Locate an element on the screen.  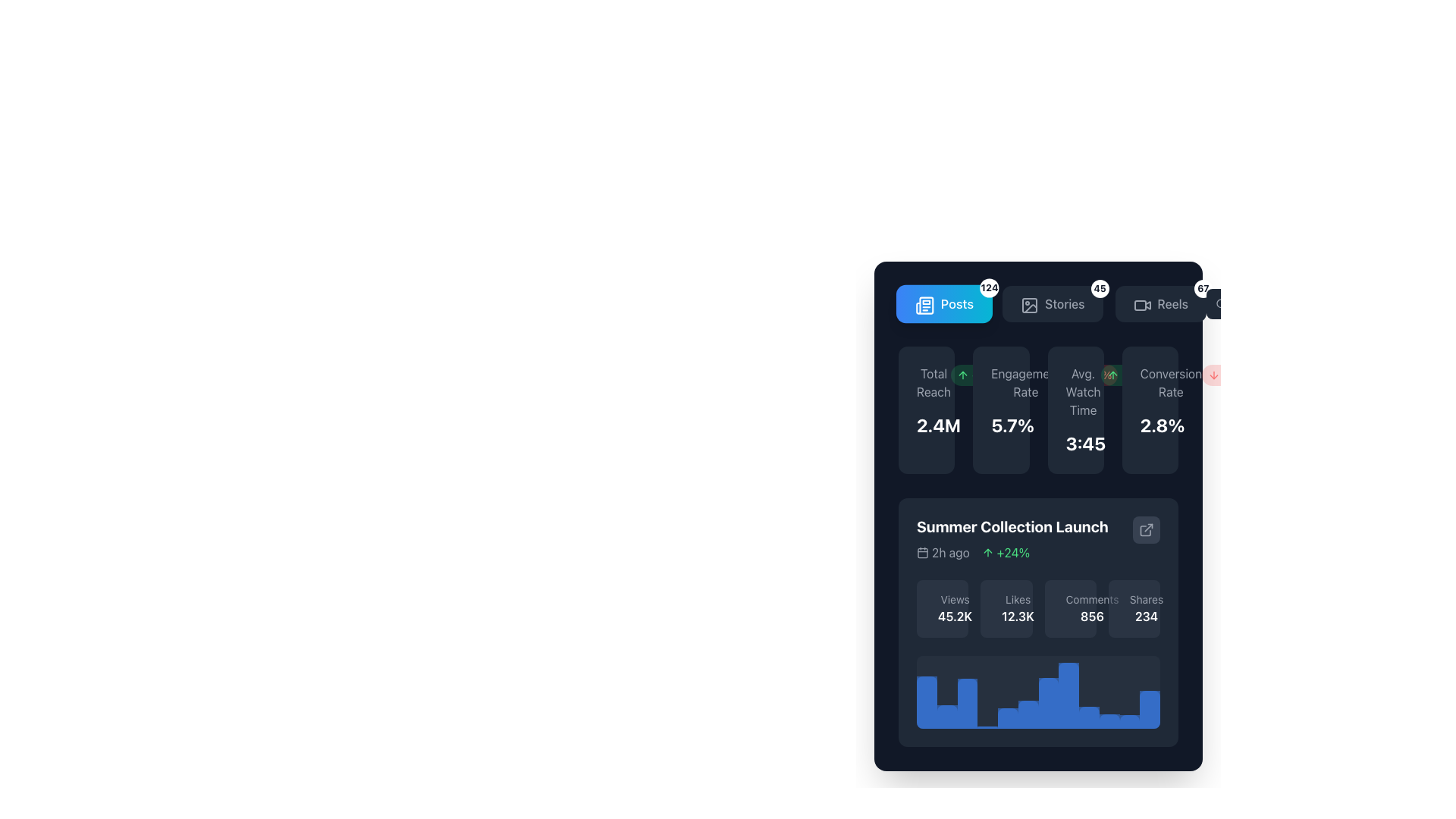
displayed number on the Notification badge located at the top right corner of the 'Stories' section is located at coordinates (1100, 289).